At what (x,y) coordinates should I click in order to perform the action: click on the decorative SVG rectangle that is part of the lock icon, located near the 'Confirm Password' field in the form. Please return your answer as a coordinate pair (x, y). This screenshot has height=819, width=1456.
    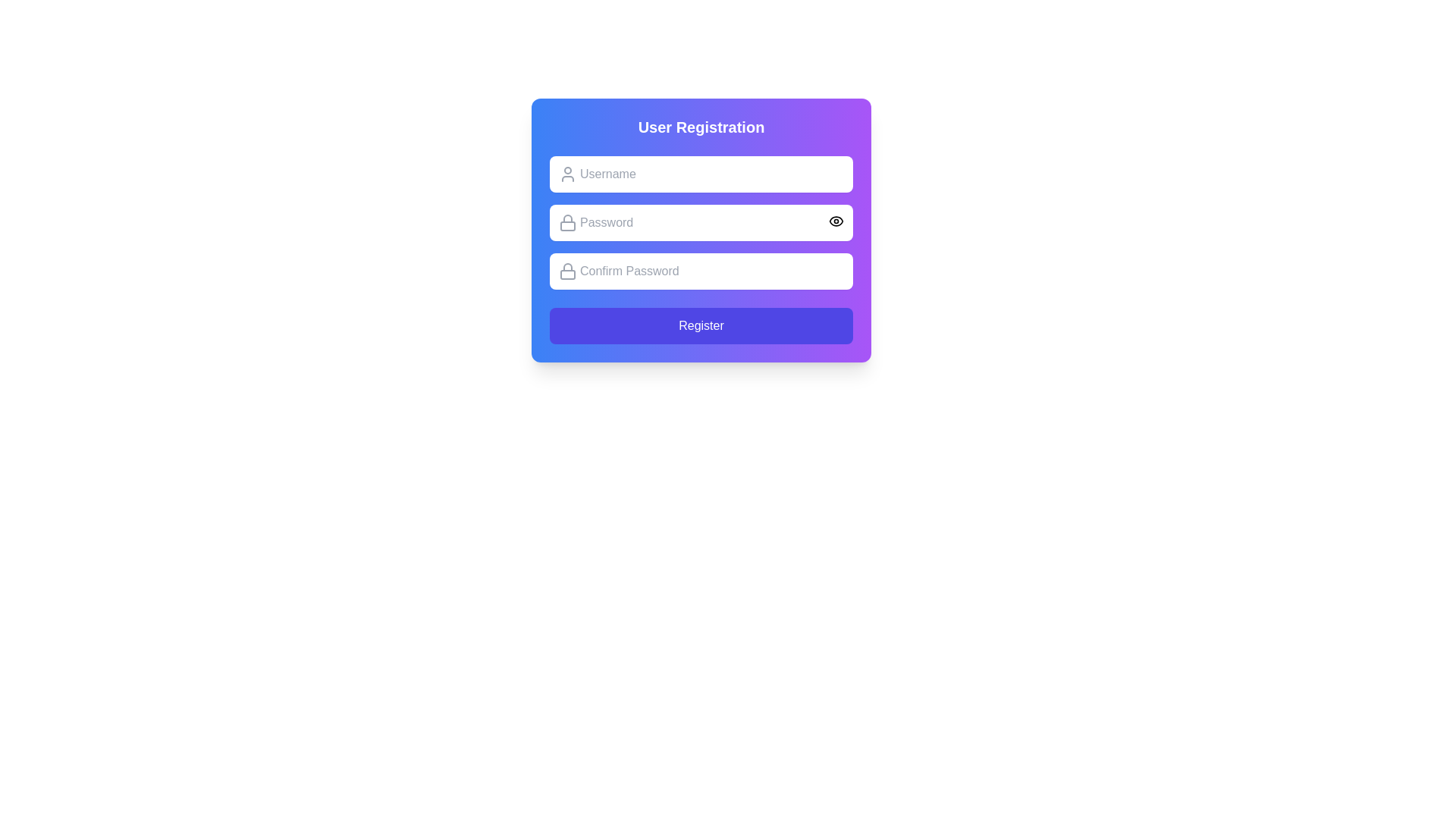
    Looking at the image, I should click on (566, 275).